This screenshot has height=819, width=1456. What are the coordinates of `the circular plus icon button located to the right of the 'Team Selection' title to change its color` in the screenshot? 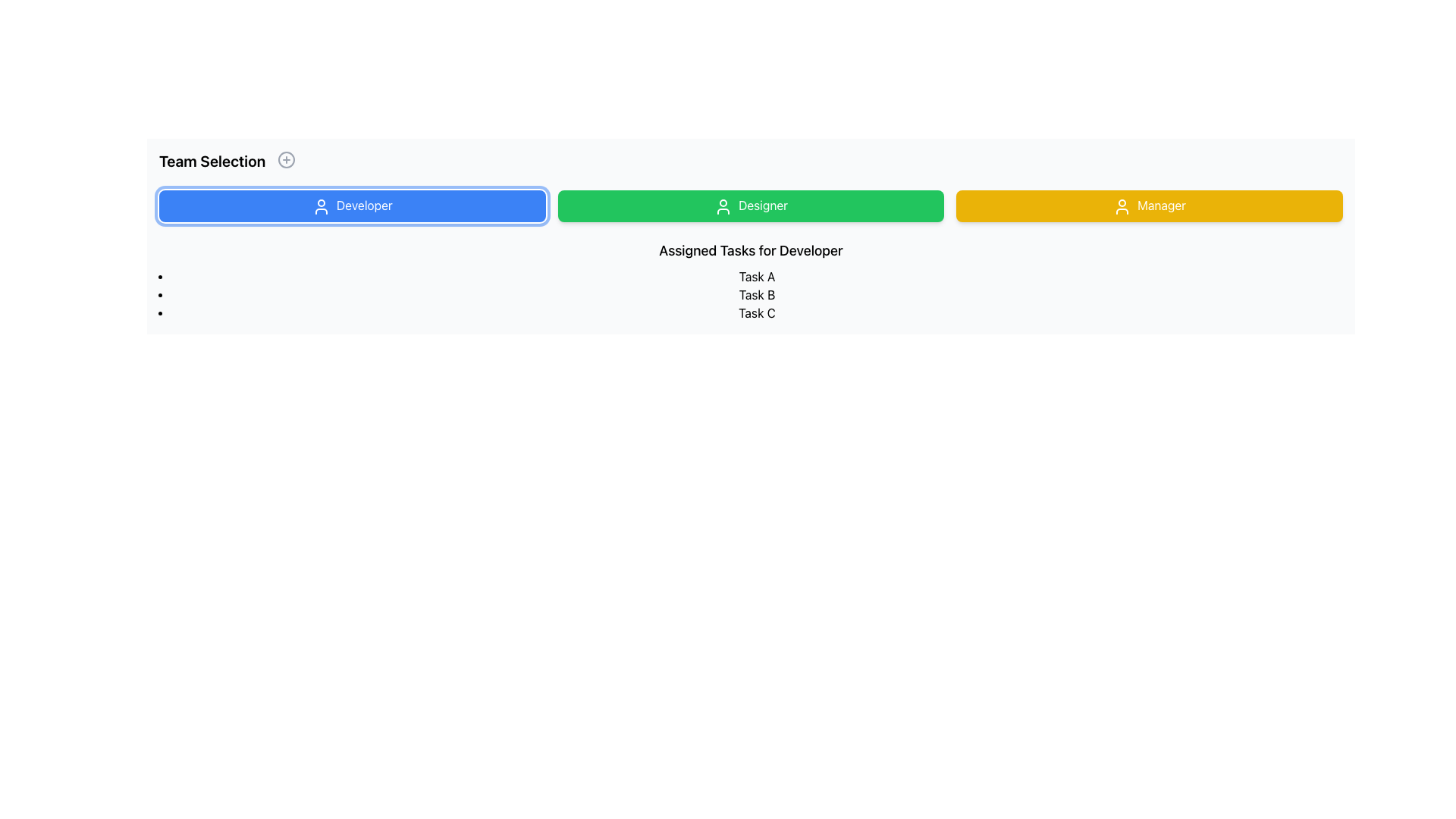 It's located at (287, 160).